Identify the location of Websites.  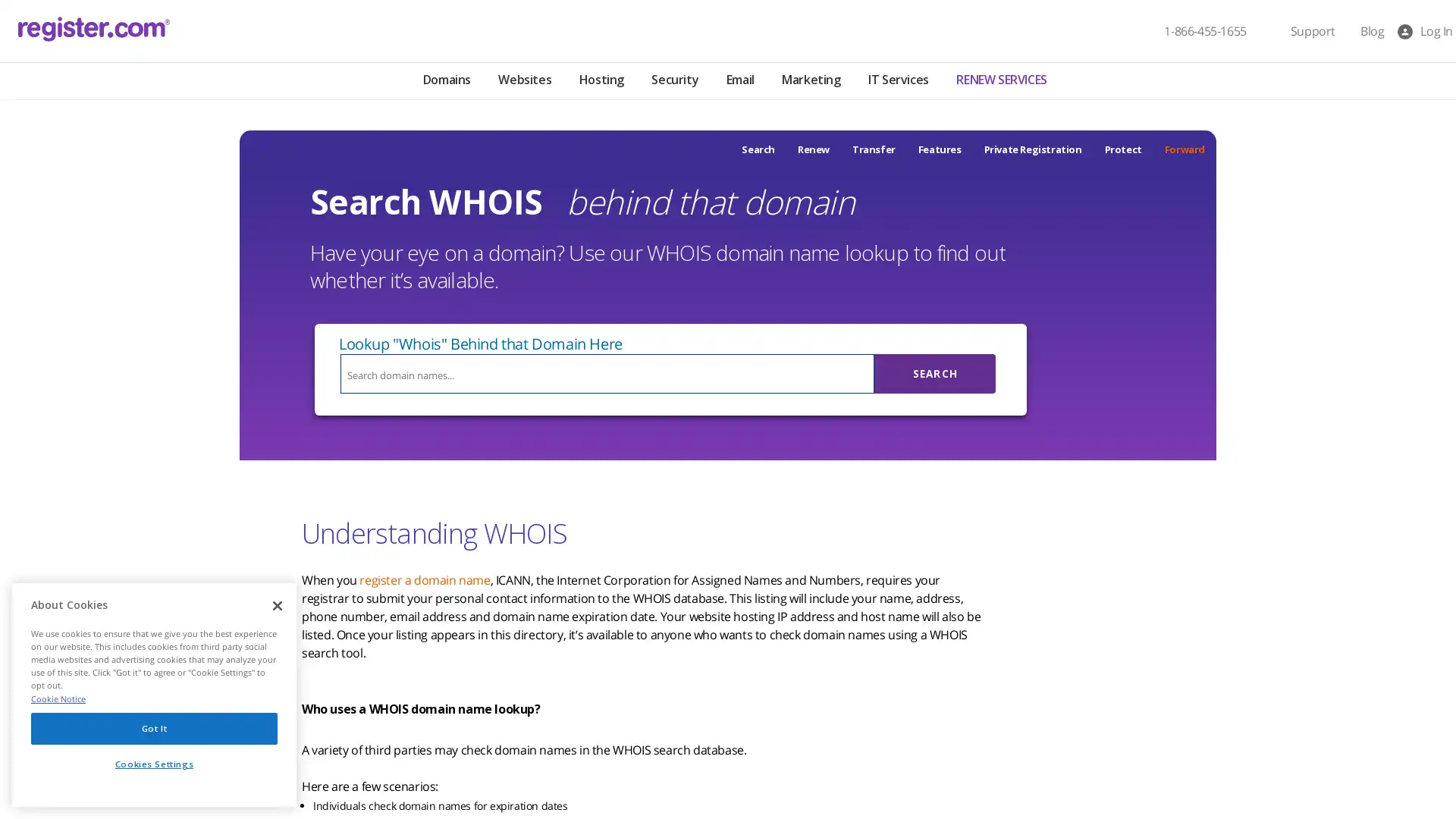
(524, 81).